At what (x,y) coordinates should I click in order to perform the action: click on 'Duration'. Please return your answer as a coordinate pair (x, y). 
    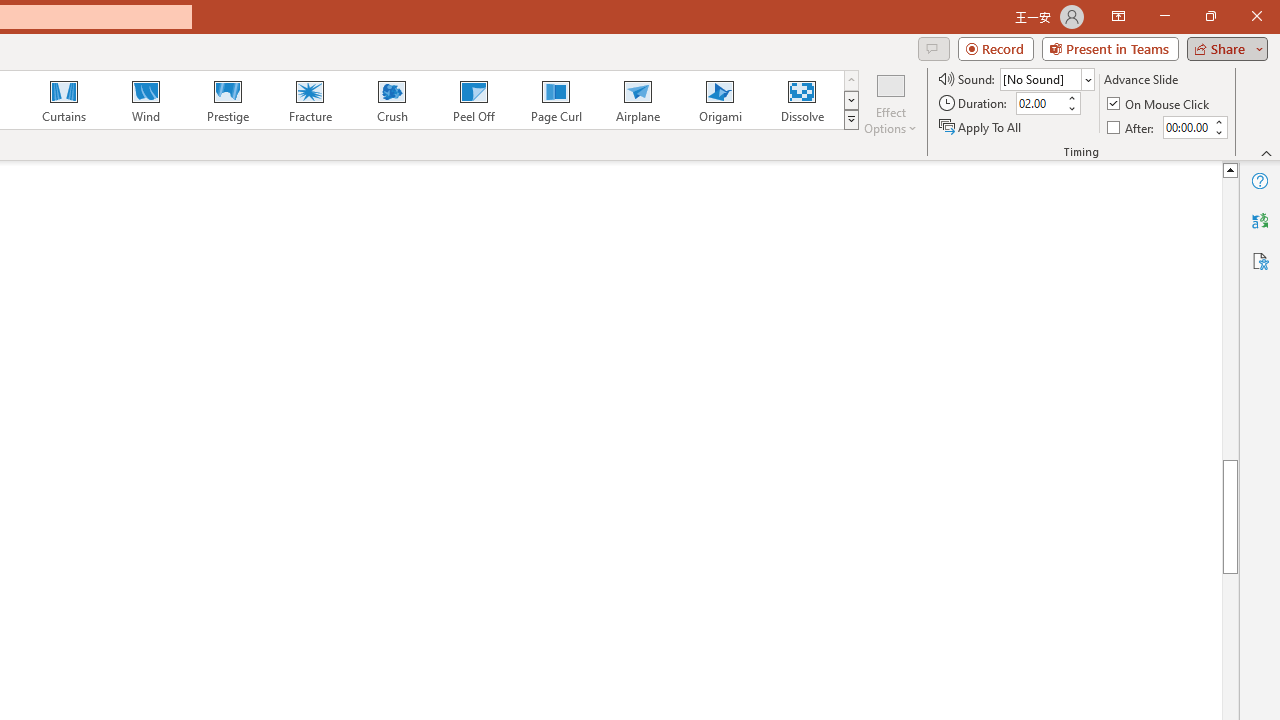
    Looking at the image, I should click on (1040, 103).